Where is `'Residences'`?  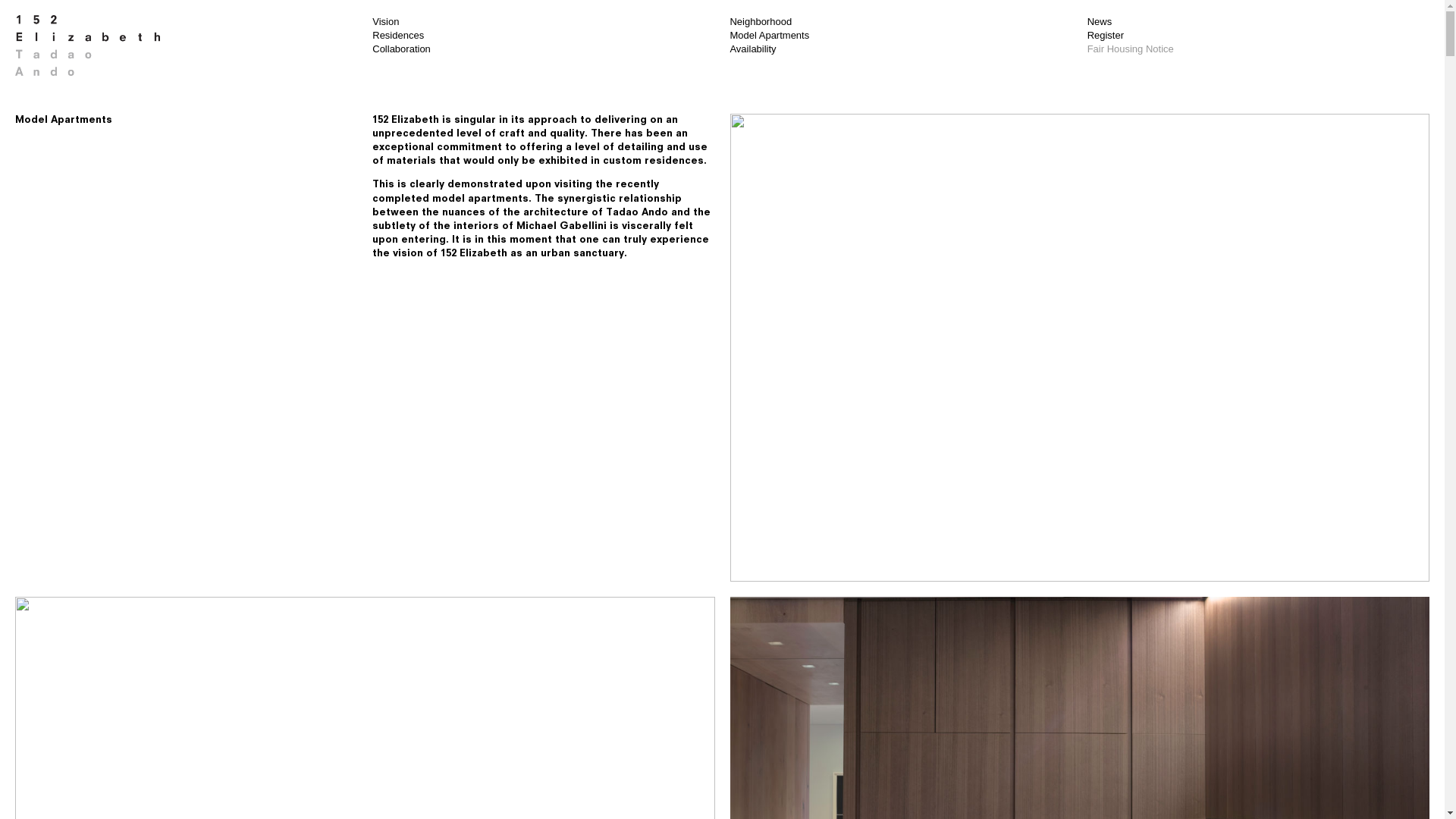 'Residences' is located at coordinates (397, 34).